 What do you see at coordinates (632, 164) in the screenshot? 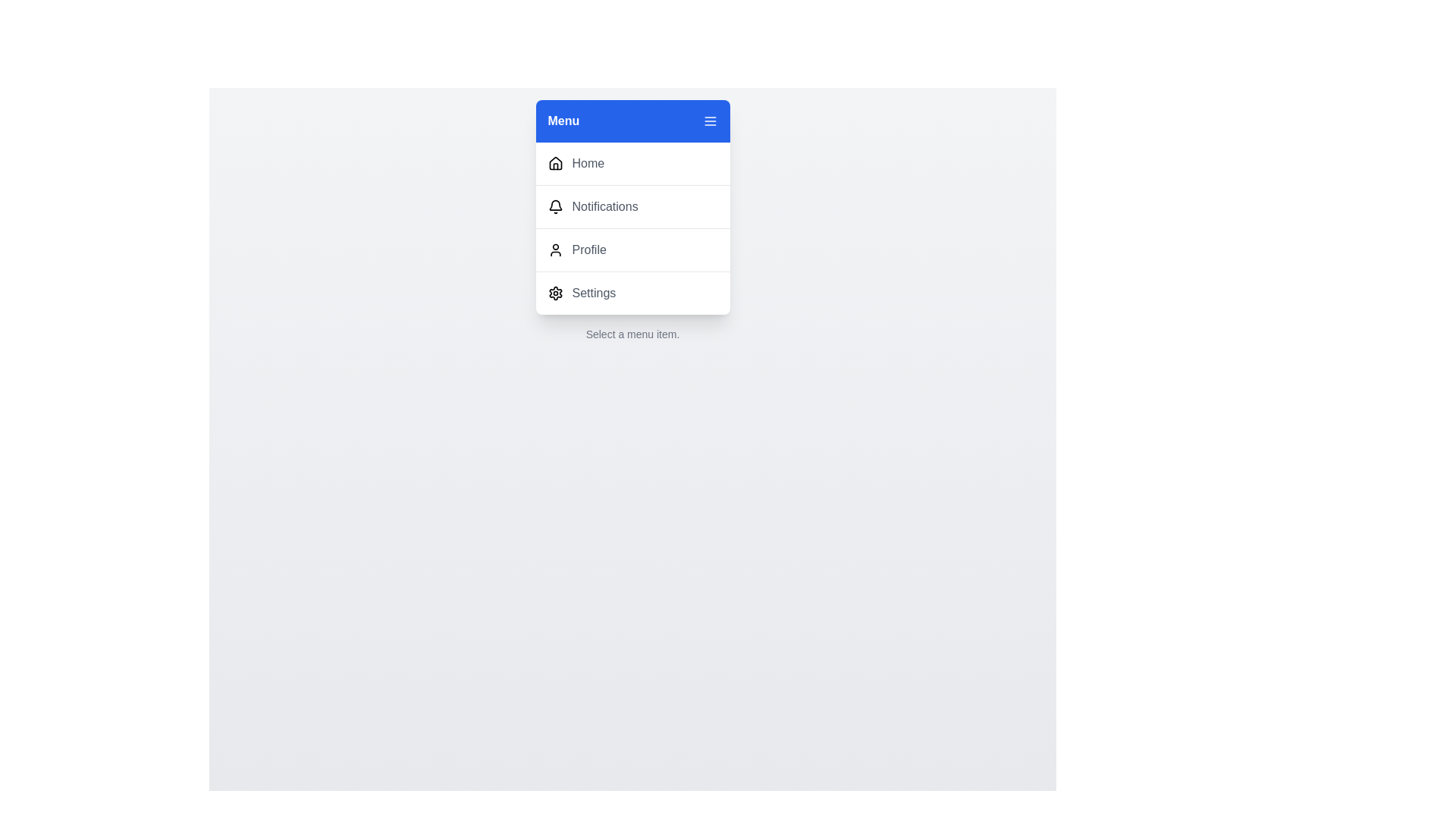
I see `the menu item labeled Home to observe its hover effect` at bounding box center [632, 164].